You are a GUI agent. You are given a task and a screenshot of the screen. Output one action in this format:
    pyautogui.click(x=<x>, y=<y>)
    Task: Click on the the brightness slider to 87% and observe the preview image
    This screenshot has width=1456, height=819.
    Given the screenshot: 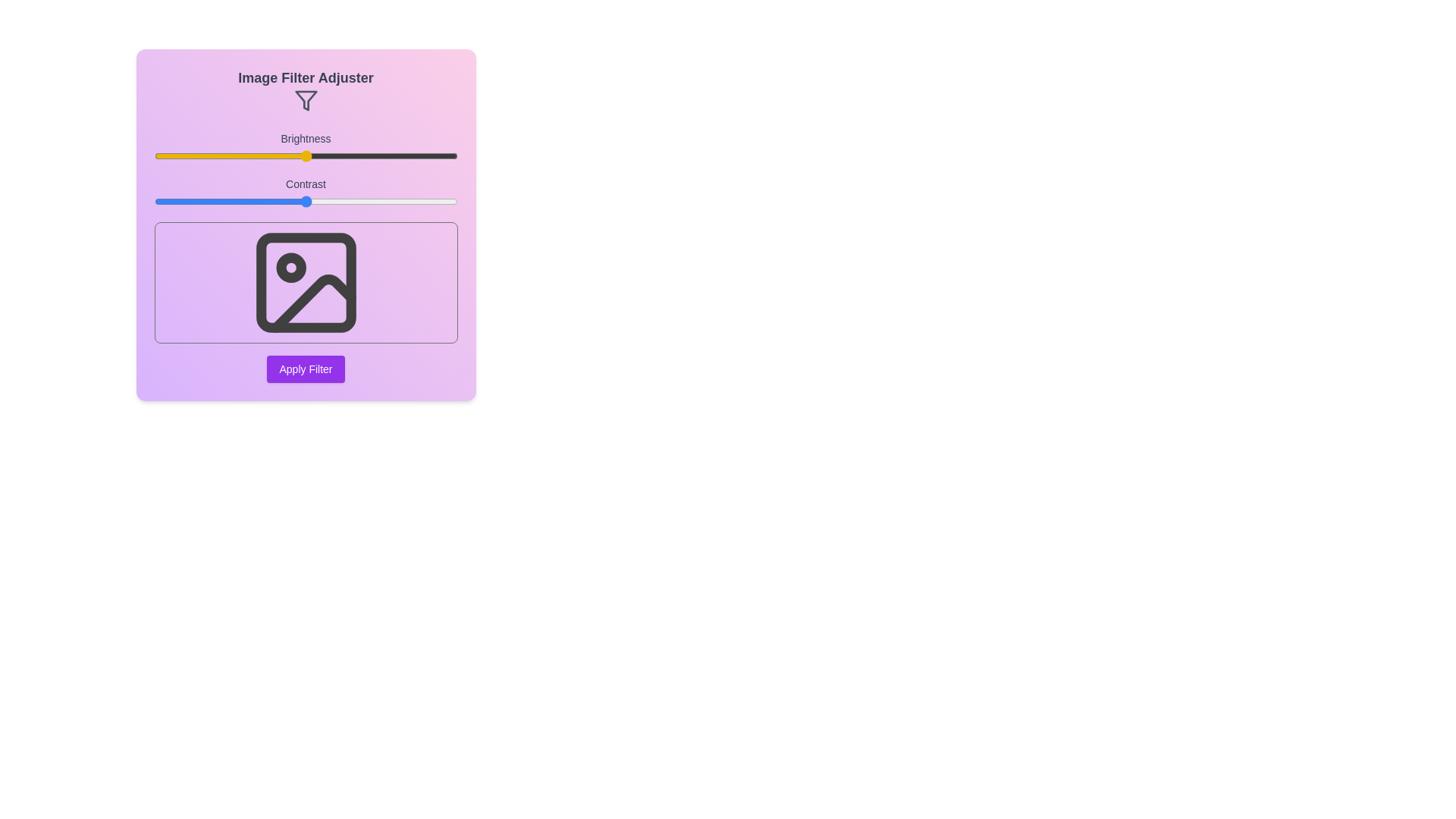 What is the action you would take?
    pyautogui.click(x=418, y=155)
    